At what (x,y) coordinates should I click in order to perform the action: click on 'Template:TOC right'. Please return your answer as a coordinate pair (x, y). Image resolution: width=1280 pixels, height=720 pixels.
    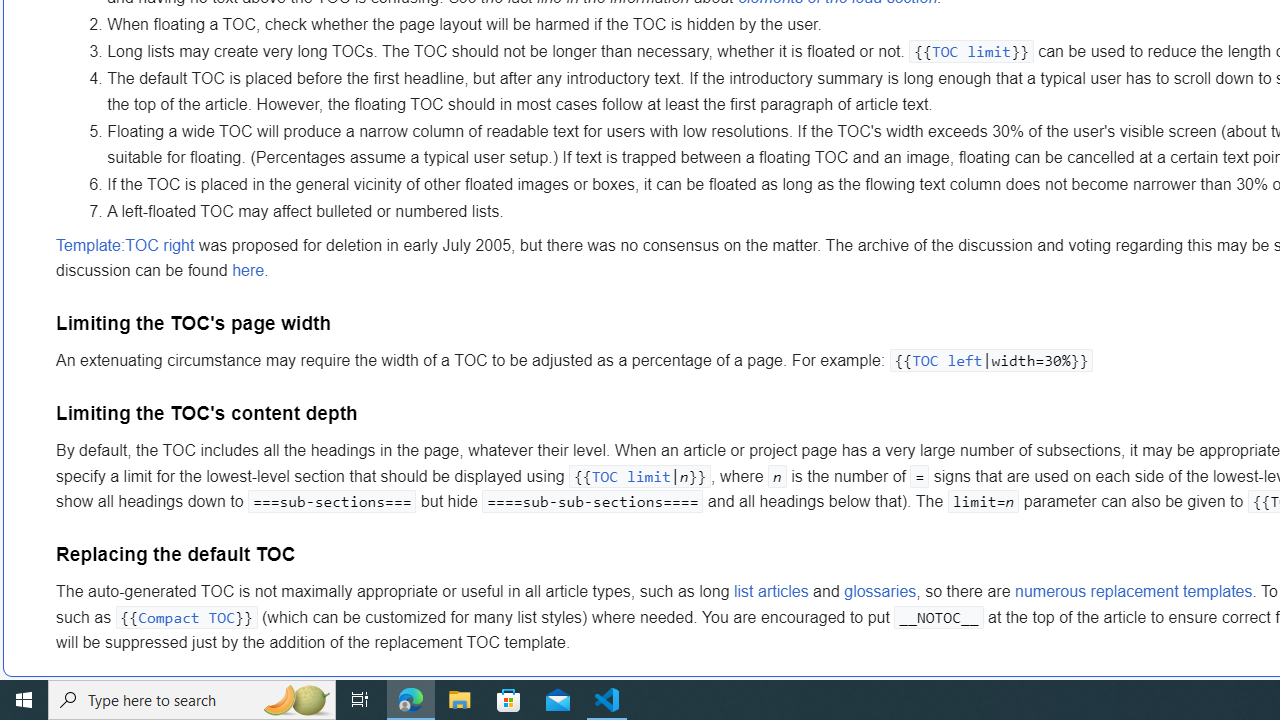
    Looking at the image, I should click on (124, 244).